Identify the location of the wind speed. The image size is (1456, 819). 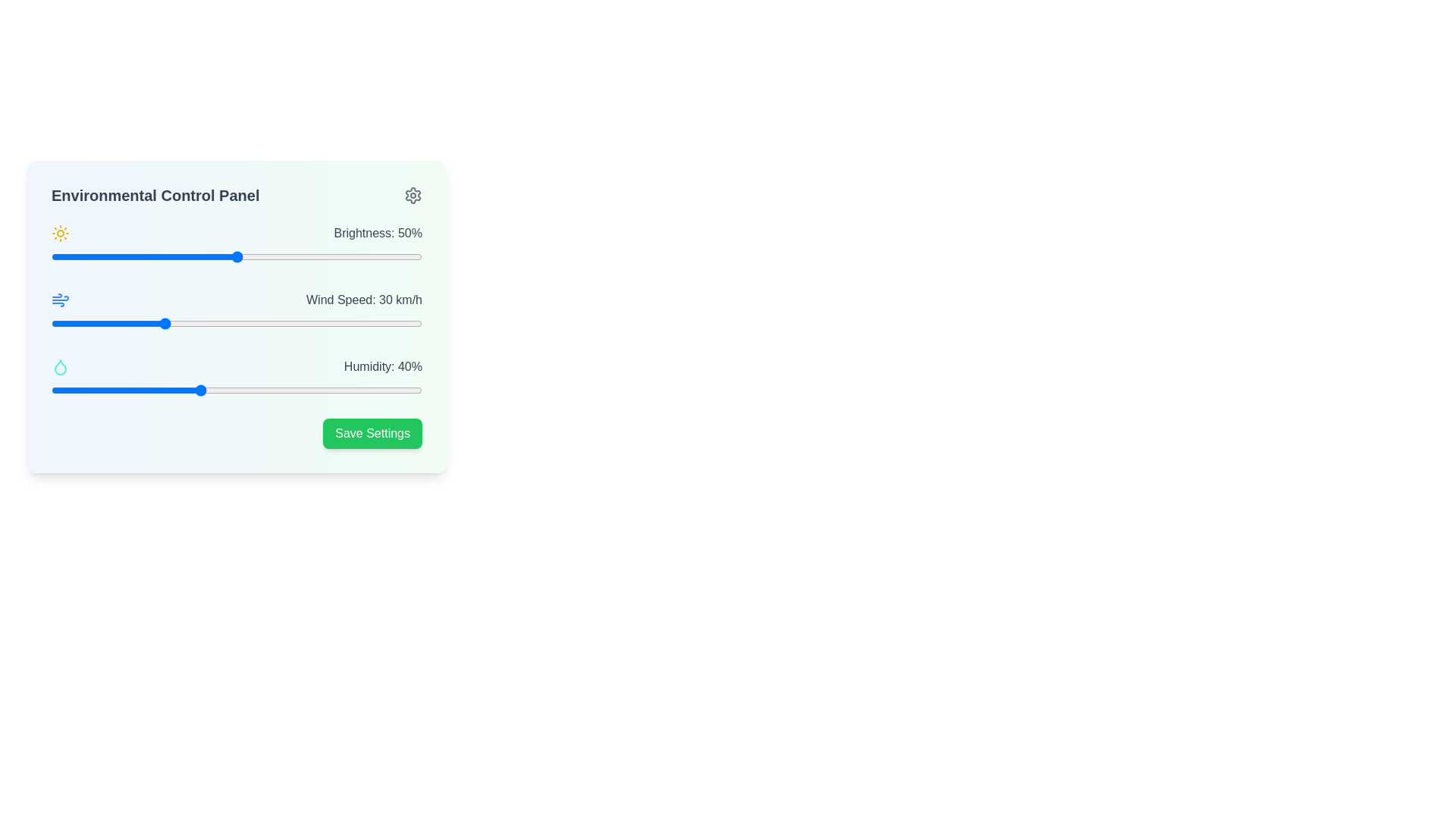
(195, 323).